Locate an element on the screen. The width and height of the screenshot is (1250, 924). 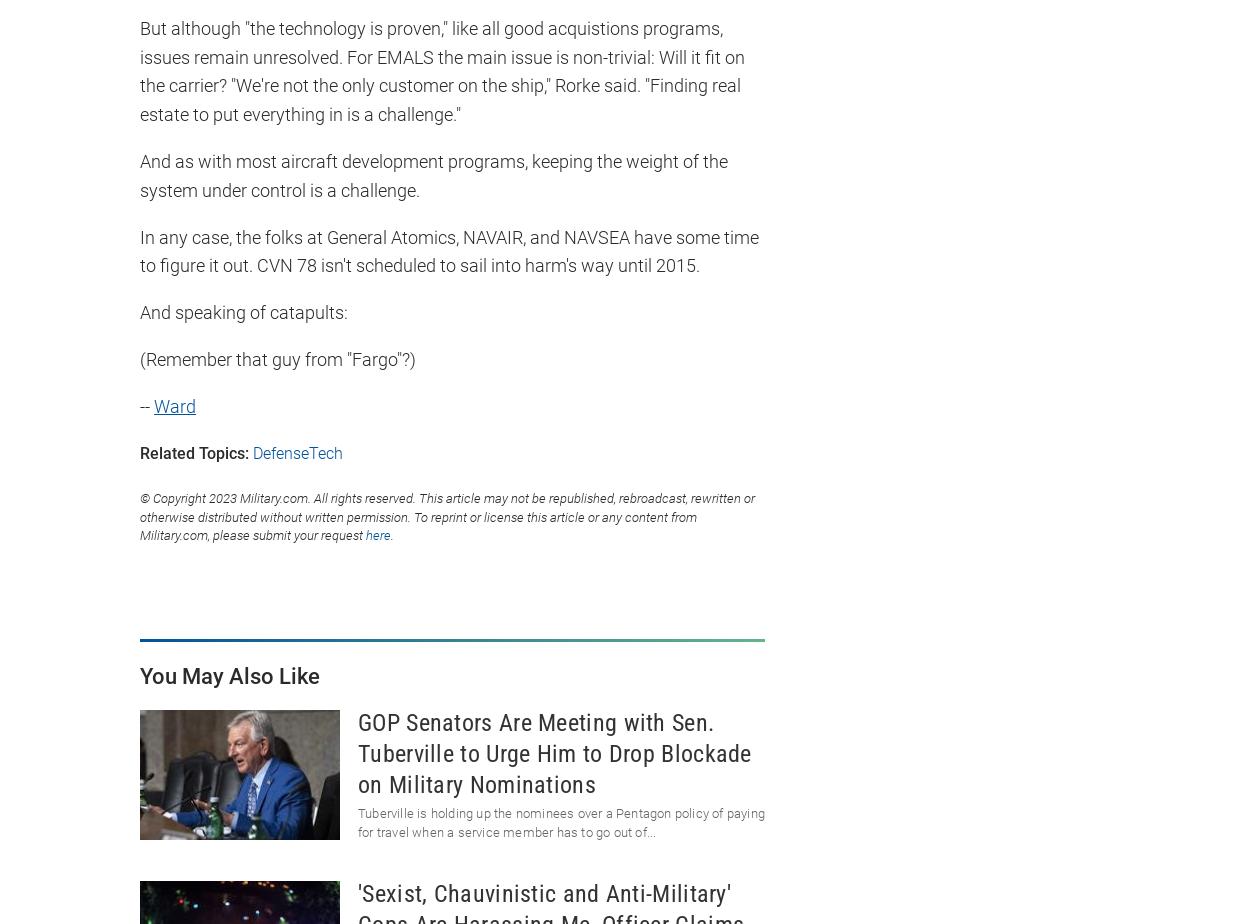
'--' is located at coordinates (140, 405).